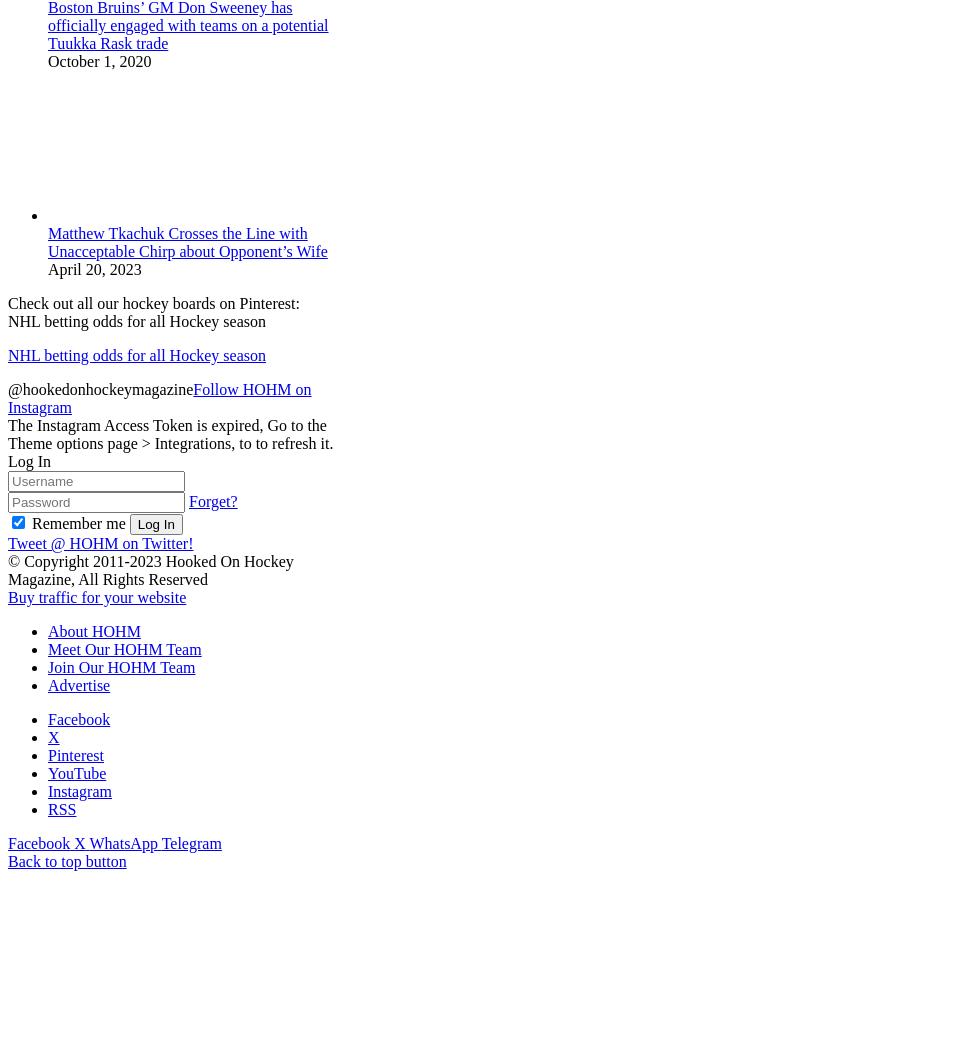 Image resolution: width=978 pixels, height=1056 pixels. What do you see at coordinates (43, 1036) in the screenshot?
I see `'Search for:'` at bounding box center [43, 1036].